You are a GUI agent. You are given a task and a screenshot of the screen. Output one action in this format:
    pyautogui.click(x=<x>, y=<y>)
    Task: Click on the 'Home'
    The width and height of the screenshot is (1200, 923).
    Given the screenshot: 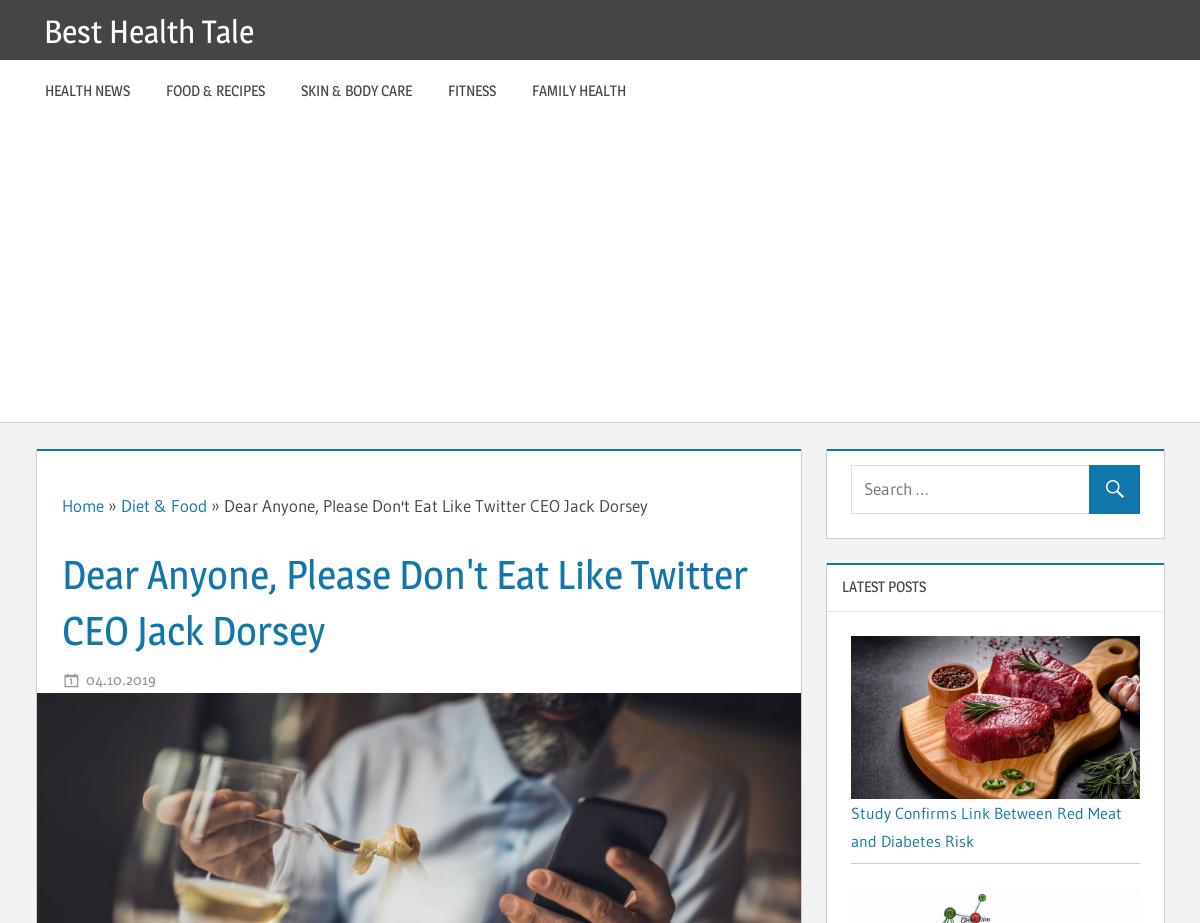 What is the action you would take?
    pyautogui.click(x=62, y=504)
    